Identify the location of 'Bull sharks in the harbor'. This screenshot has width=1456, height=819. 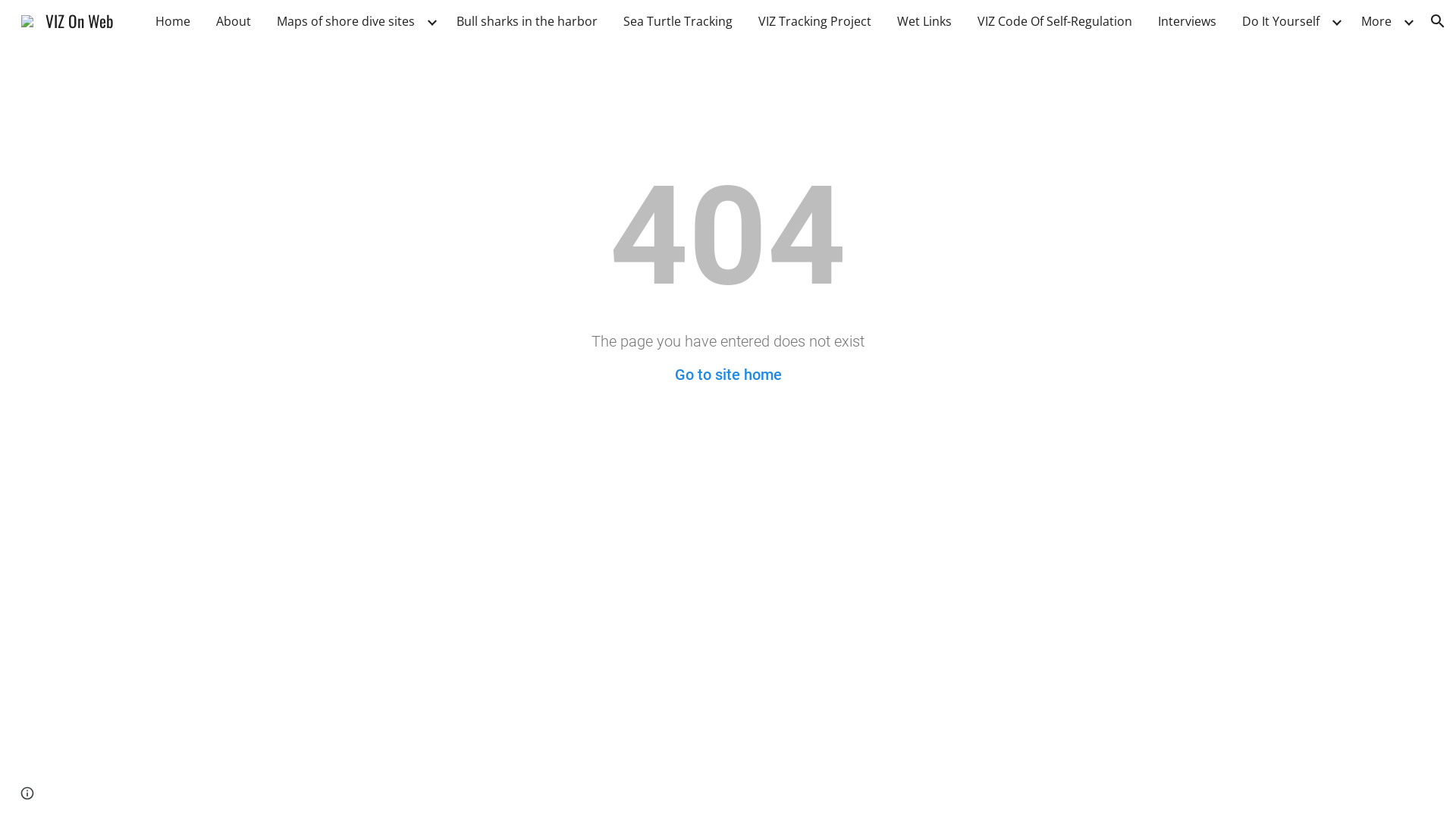
(527, 20).